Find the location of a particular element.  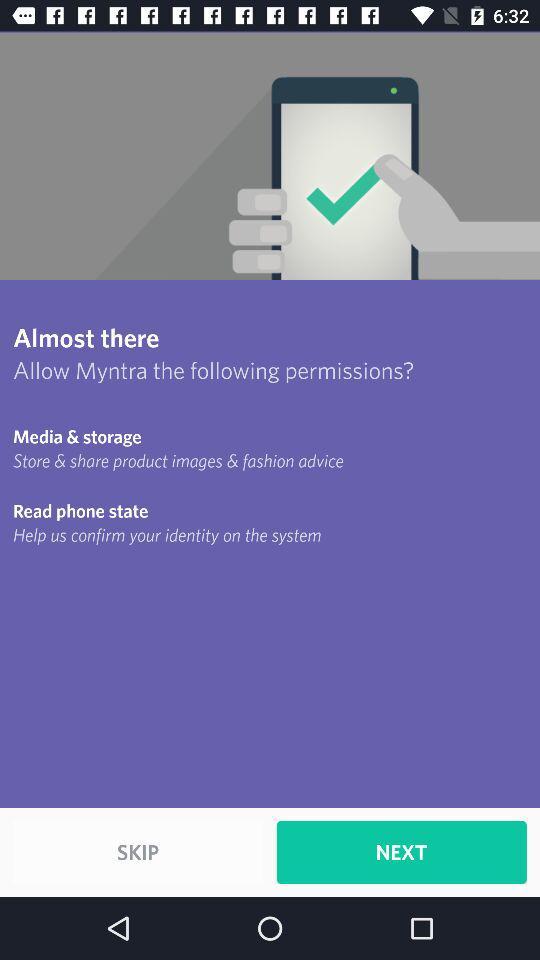

skip at the bottom left corner is located at coordinates (137, 851).